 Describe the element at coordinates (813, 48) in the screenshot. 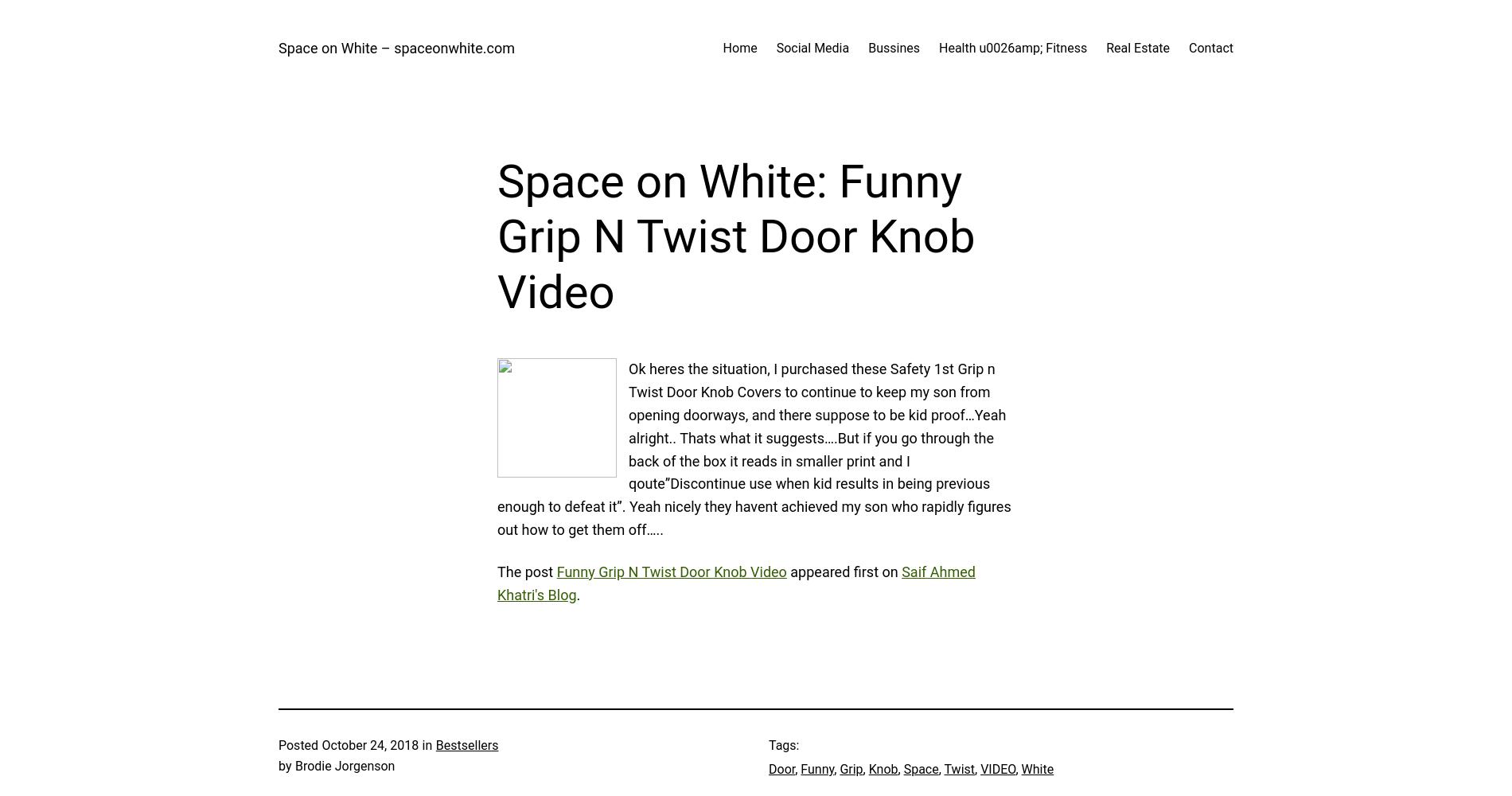

I see `'Social Media'` at that location.